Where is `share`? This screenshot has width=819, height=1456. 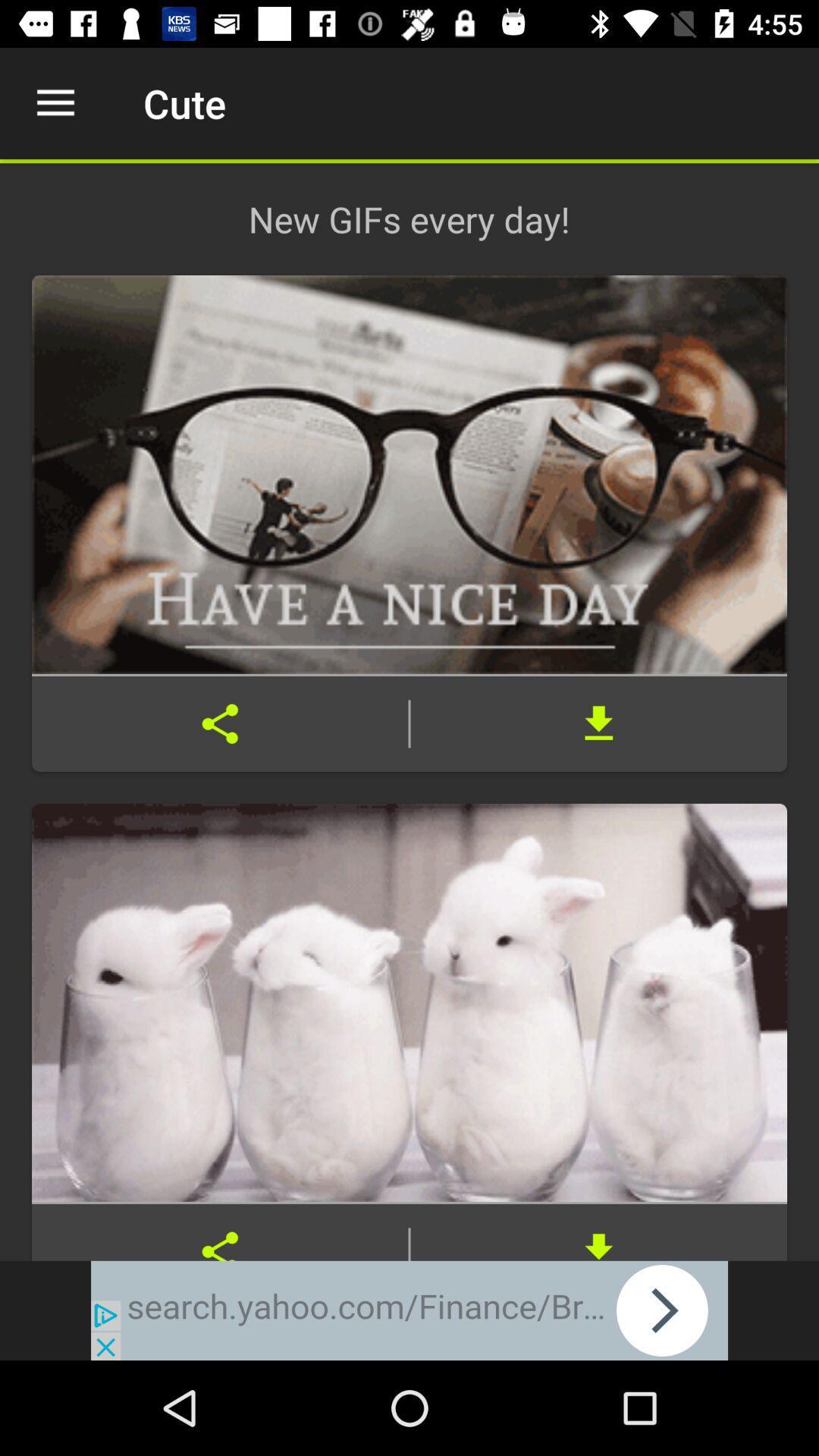 share is located at coordinates (220, 723).